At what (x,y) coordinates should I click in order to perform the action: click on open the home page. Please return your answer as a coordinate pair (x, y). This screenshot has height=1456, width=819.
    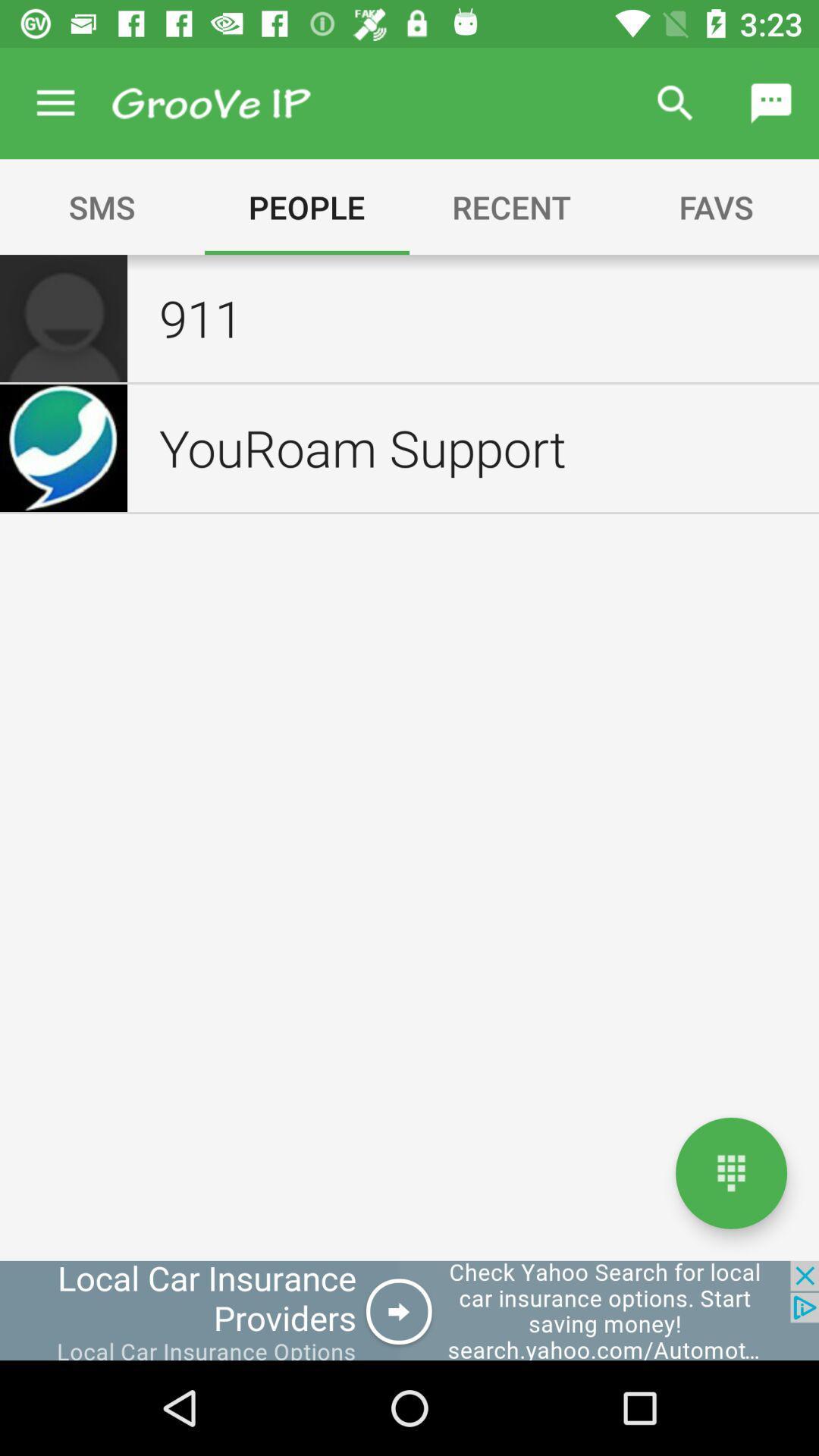
    Looking at the image, I should click on (730, 1172).